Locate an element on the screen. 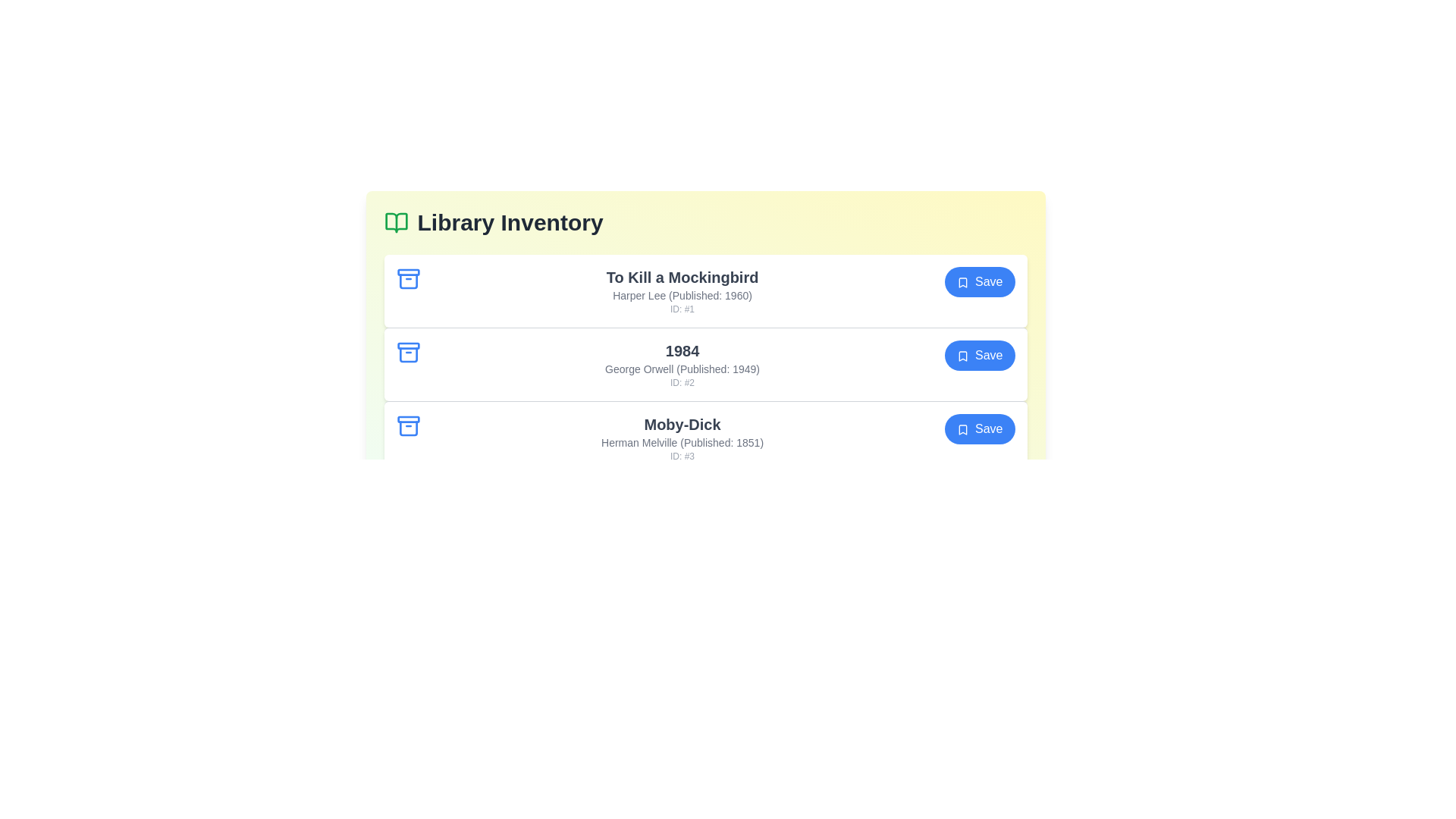 This screenshot has height=819, width=1456. the book title to select it. Specify the title of the book as 1984 is located at coordinates (682, 350).